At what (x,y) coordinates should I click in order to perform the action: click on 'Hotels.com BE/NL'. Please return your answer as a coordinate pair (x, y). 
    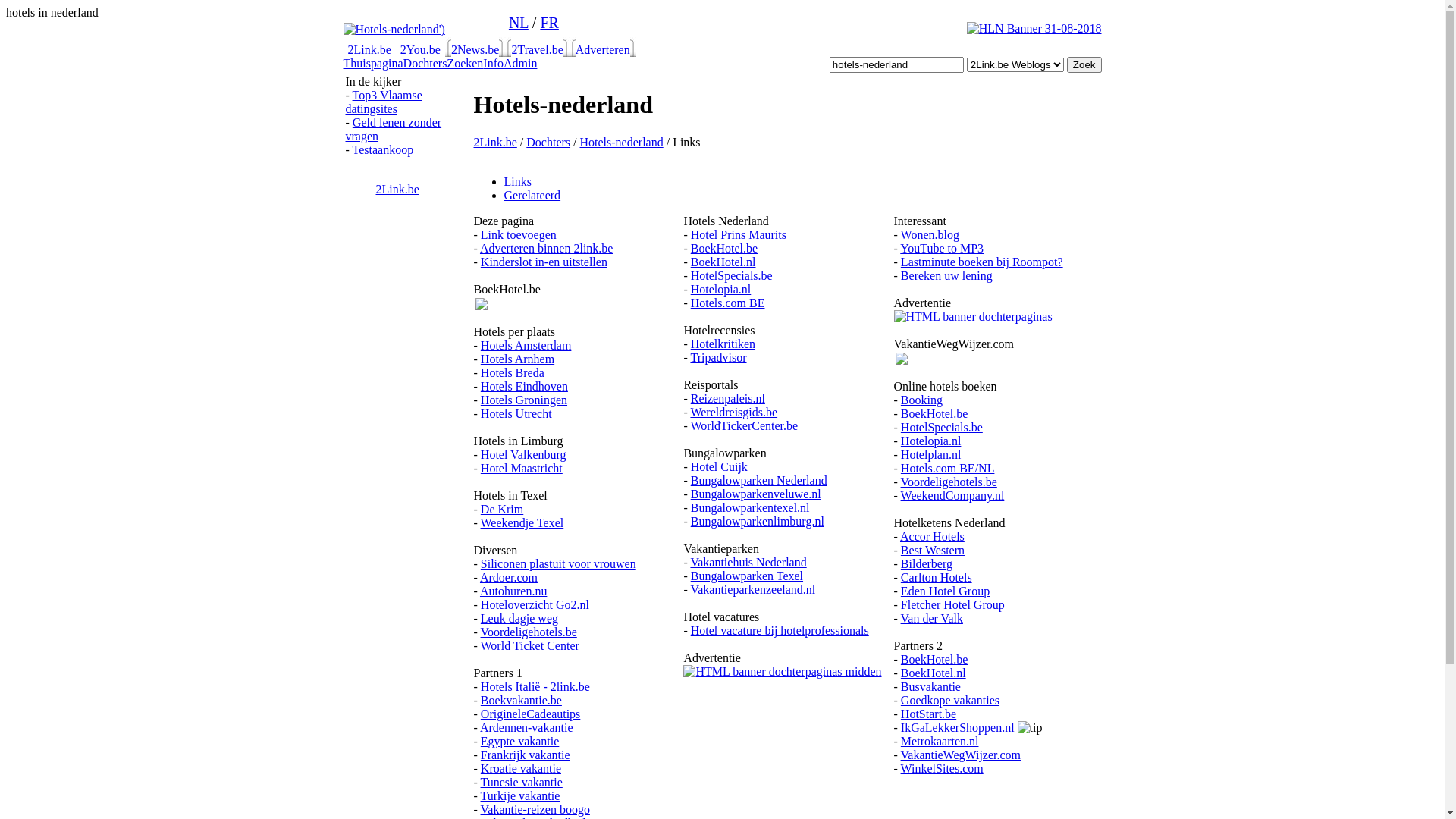
    Looking at the image, I should click on (946, 467).